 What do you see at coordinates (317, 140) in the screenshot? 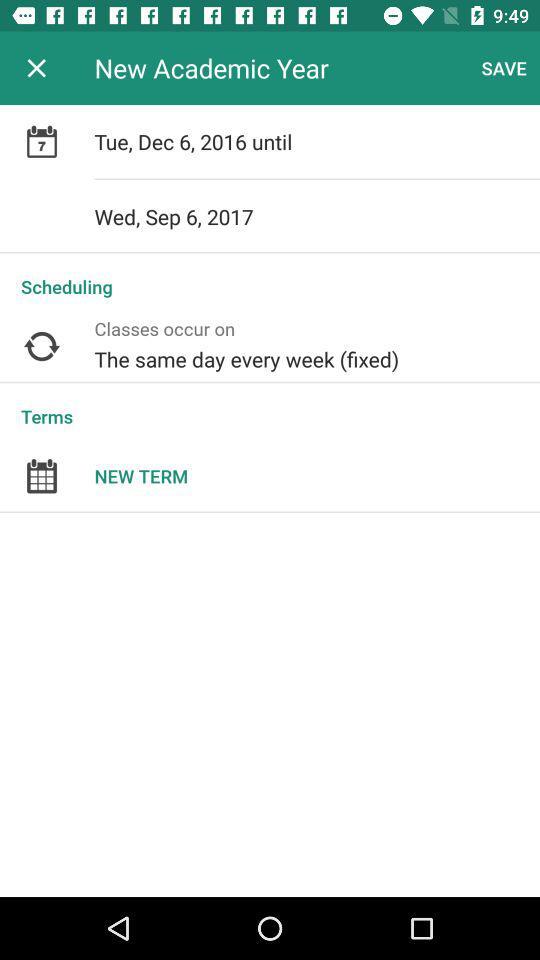
I see `the icon below save item` at bounding box center [317, 140].